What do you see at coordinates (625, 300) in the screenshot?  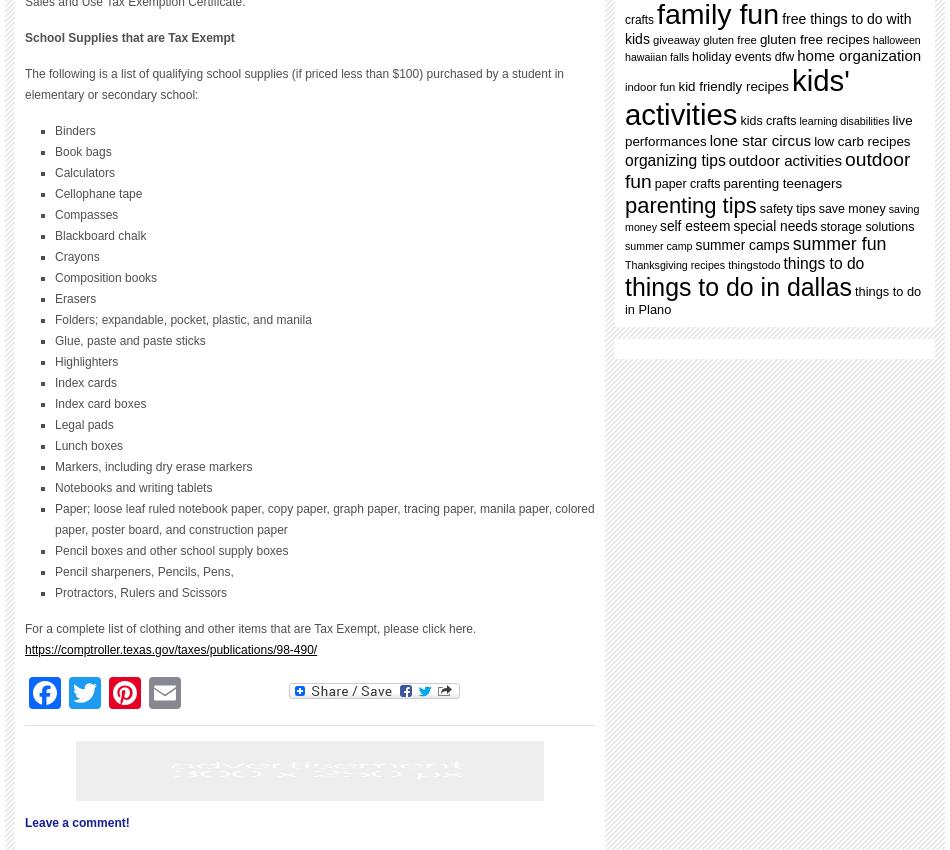 I see `'things to do in Plano'` at bounding box center [625, 300].